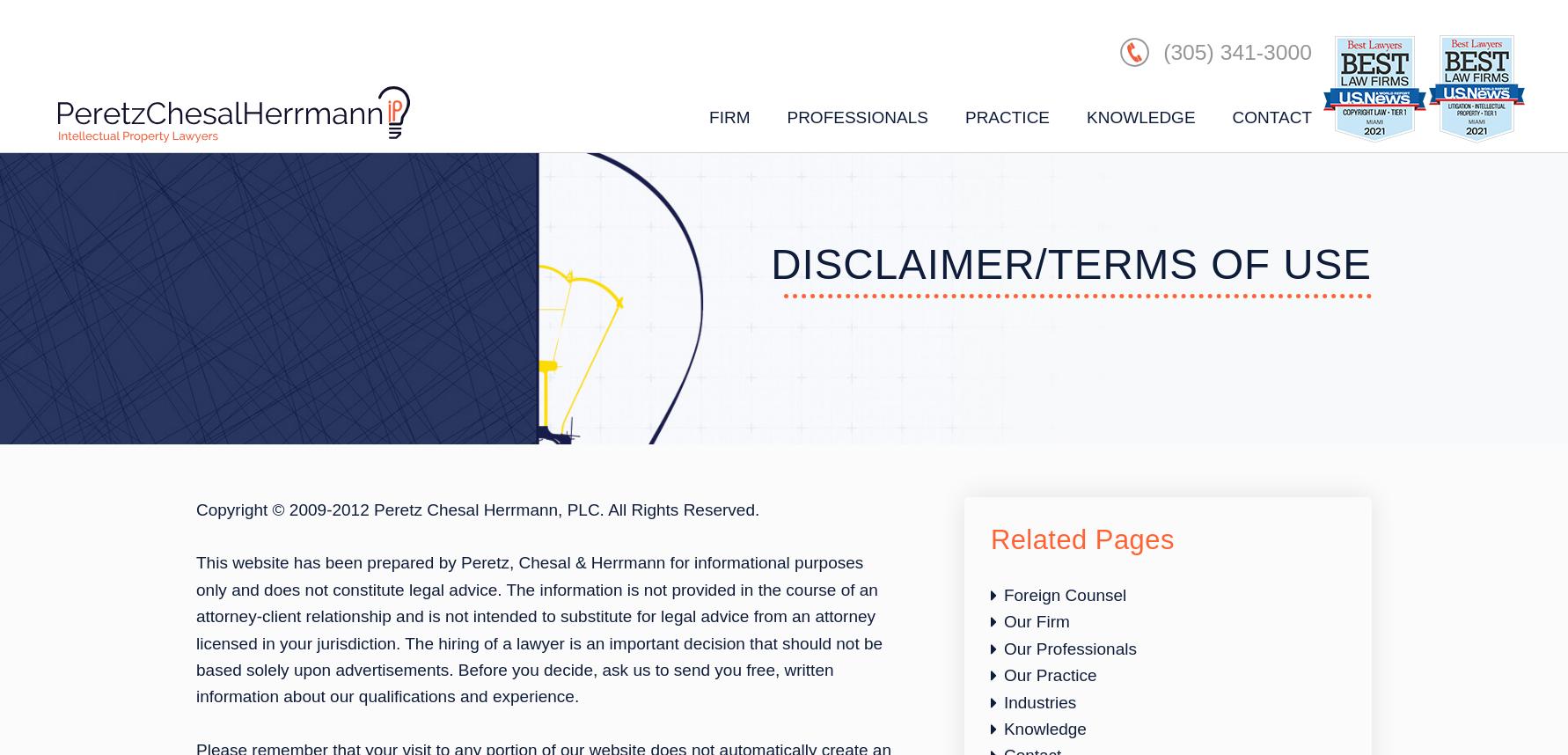 This screenshot has width=1568, height=755. I want to click on 'Disclaimer/Terms of Use', so click(1070, 263).